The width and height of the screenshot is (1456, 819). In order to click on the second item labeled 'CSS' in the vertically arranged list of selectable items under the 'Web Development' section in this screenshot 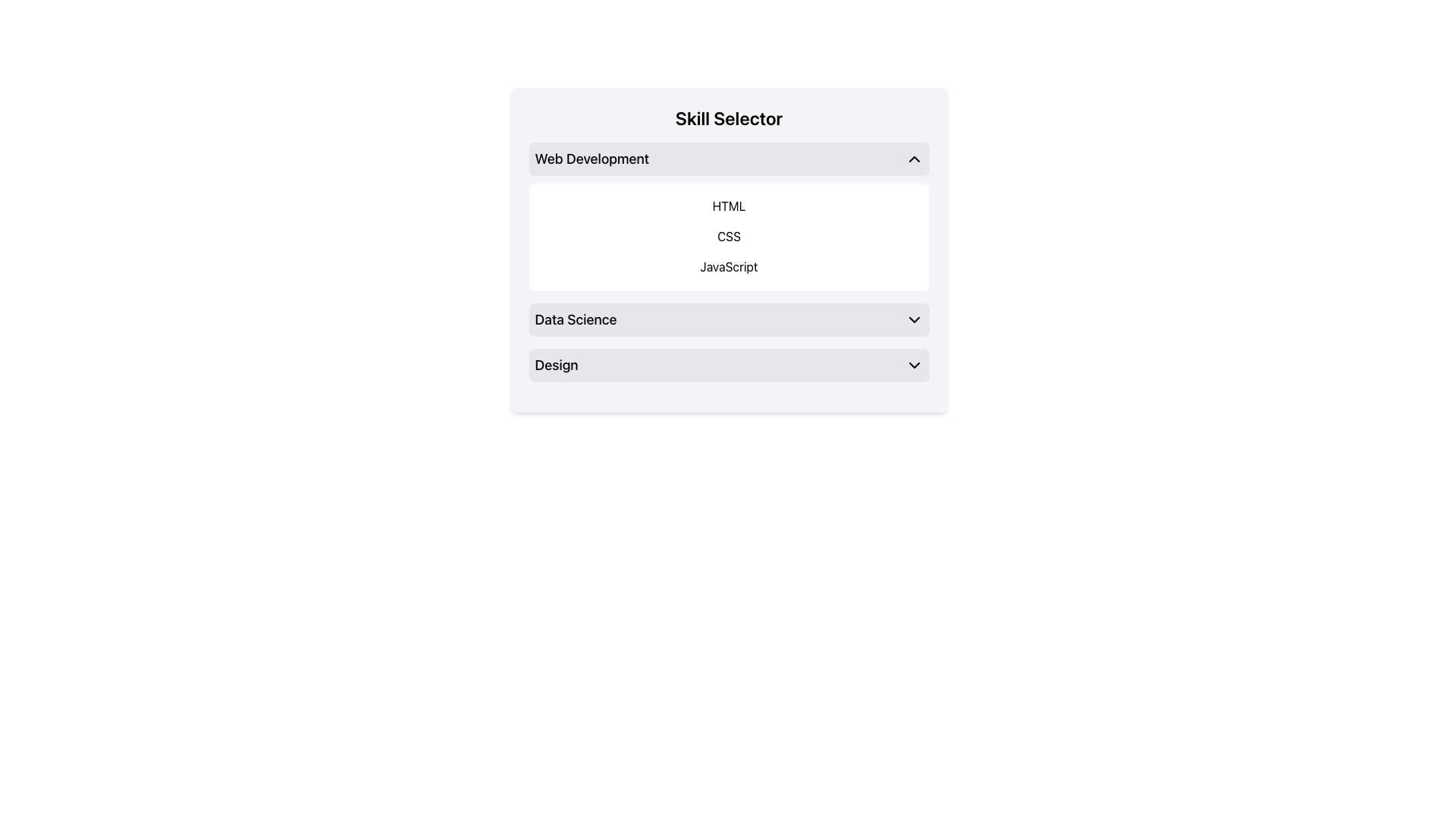, I will do `click(729, 216)`.